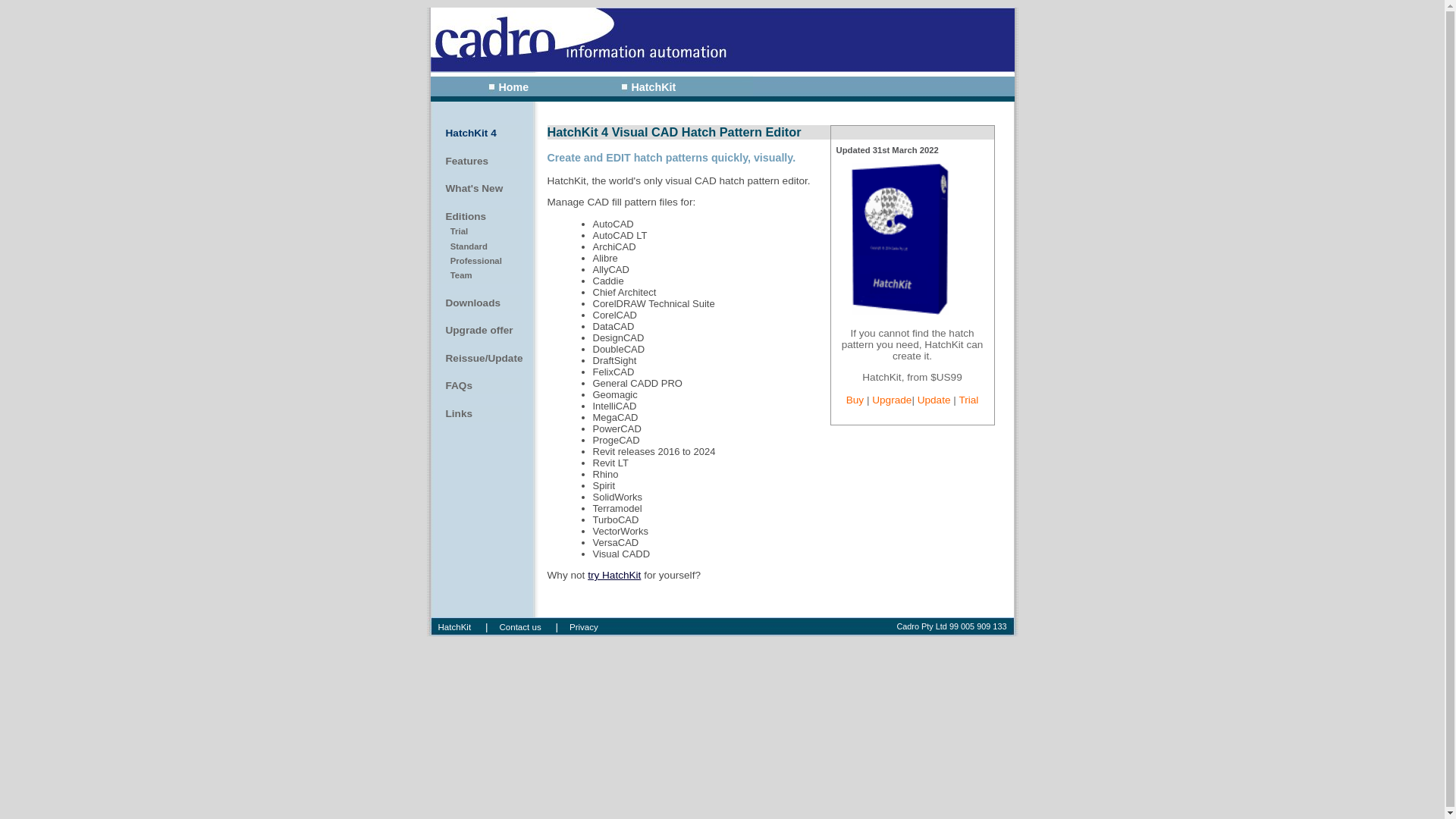 The width and height of the screenshot is (1456, 819). What do you see at coordinates (892, 399) in the screenshot?
I see `'Upgrade'` at bounding box center [892, 399].